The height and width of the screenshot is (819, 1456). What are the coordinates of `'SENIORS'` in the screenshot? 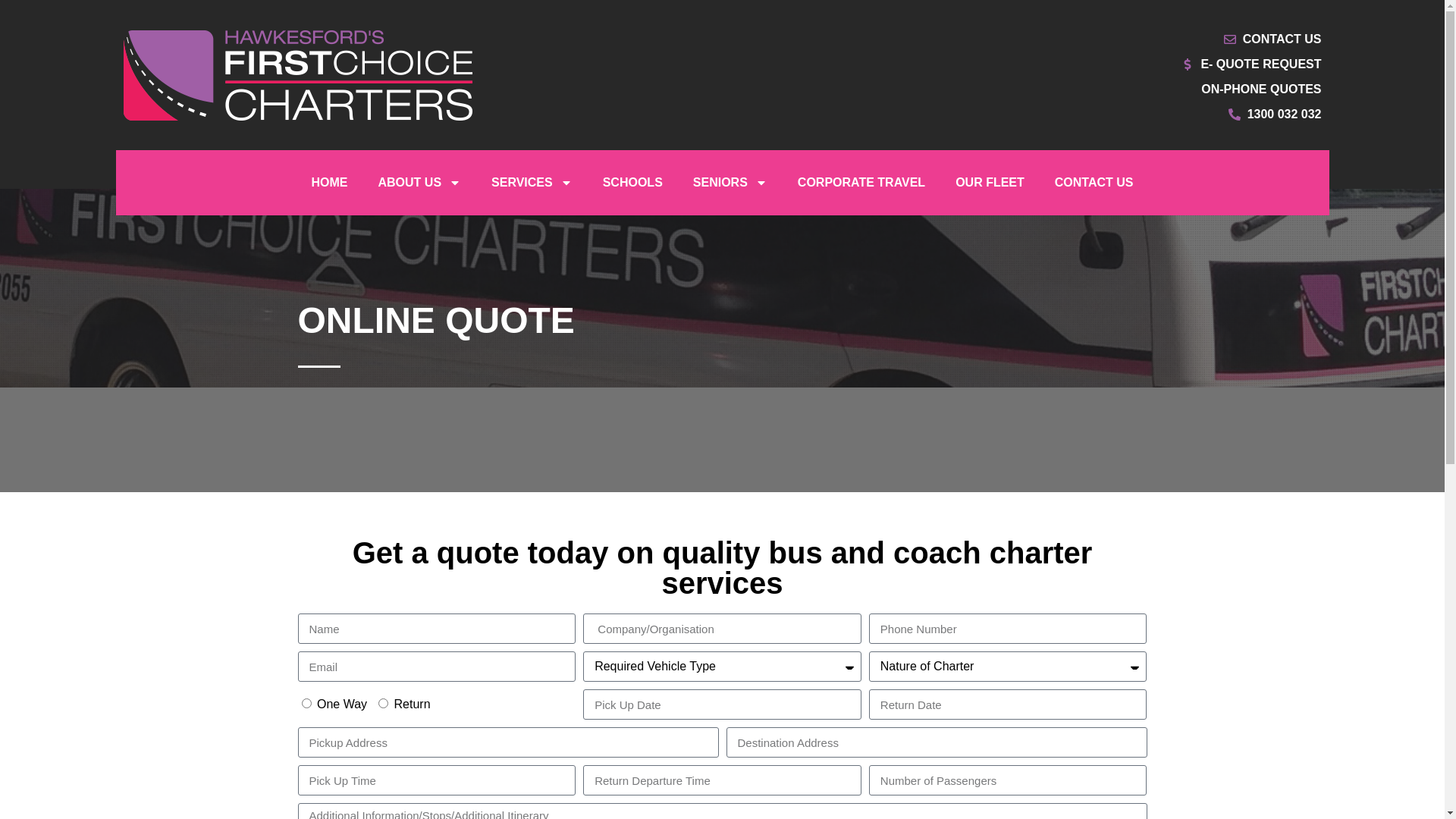 It's located at (730, 181).